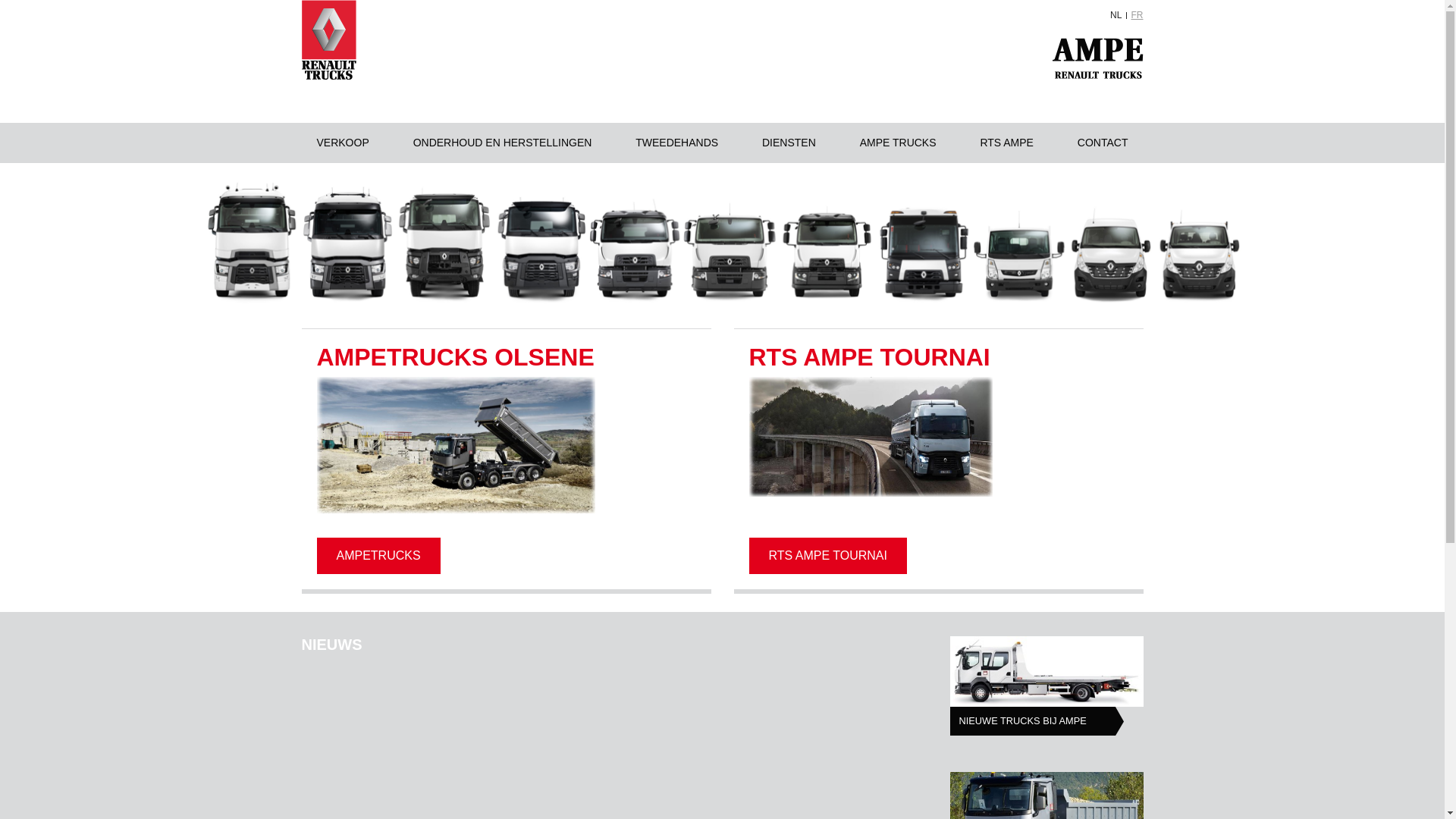 Image resolution: width=1456 pixels, height=819 pixels. I want to click on 'FR', so click(1131, 14).